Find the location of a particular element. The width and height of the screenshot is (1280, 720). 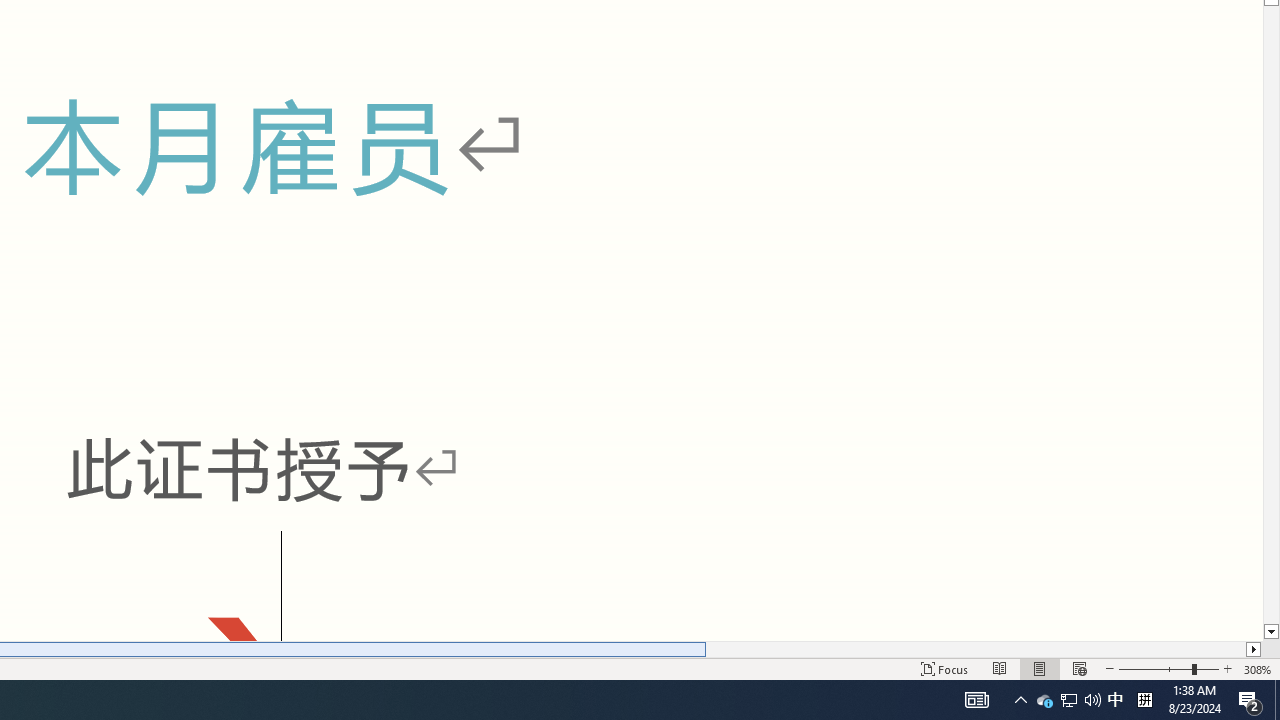

'Zoom 308%' is located at coordinates (1257, 669).